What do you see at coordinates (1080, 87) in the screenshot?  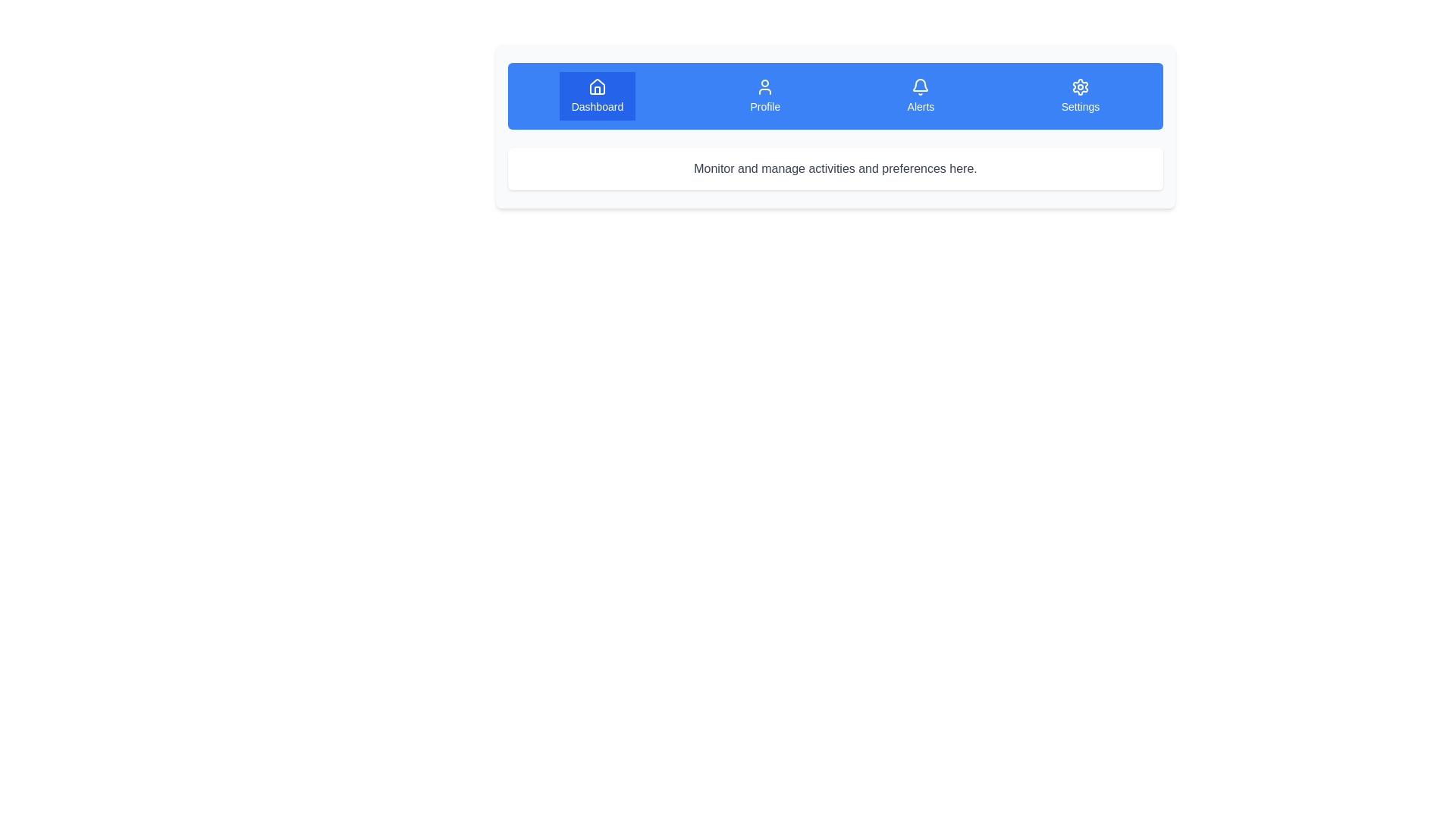 I see `the 'Settings' navigation button icon located at the far-right end of the top navigation bar` at bounding box center [1080, 87].